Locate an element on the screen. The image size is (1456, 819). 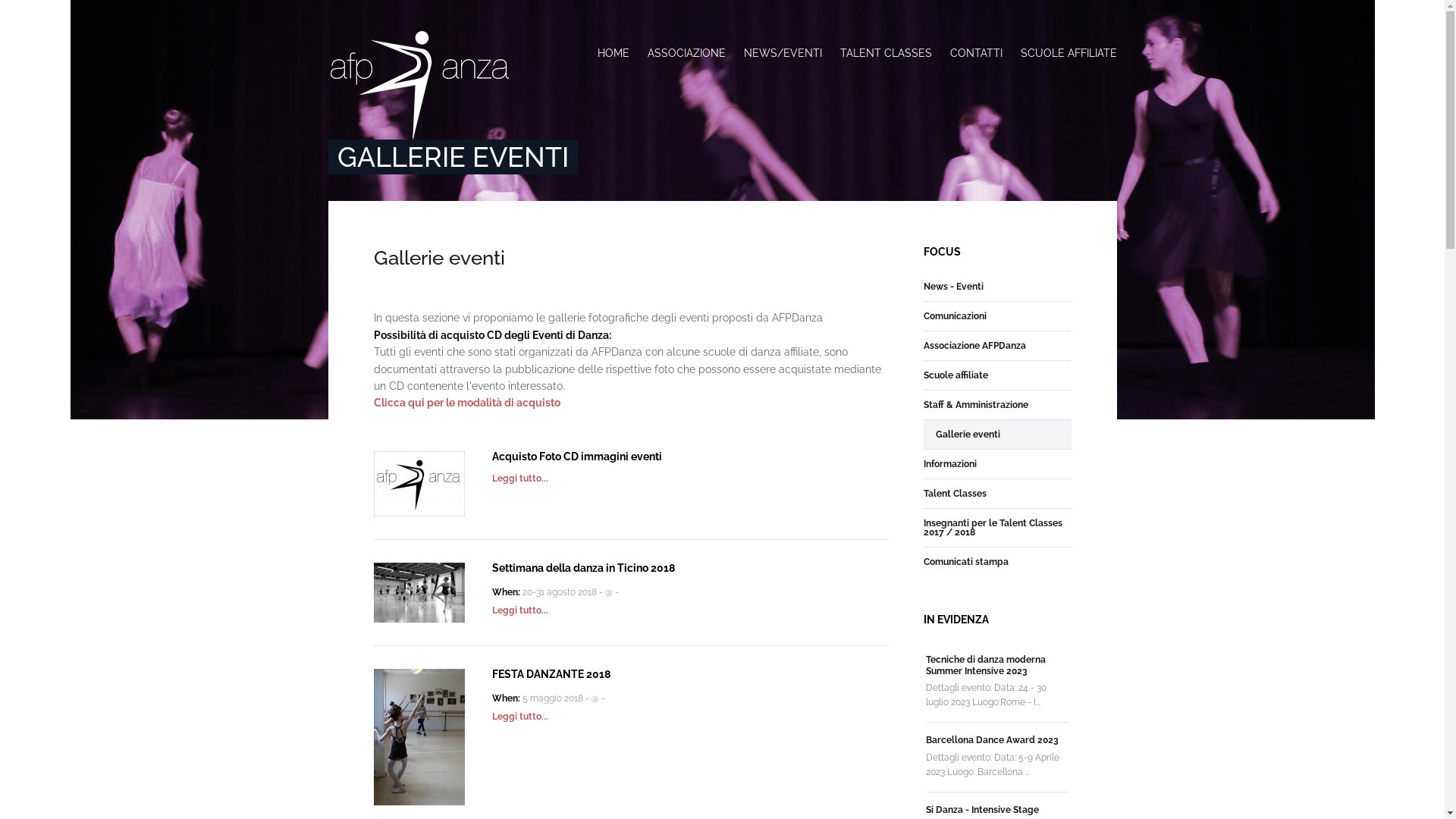
'HOME' is located at coordinates (596, 52).